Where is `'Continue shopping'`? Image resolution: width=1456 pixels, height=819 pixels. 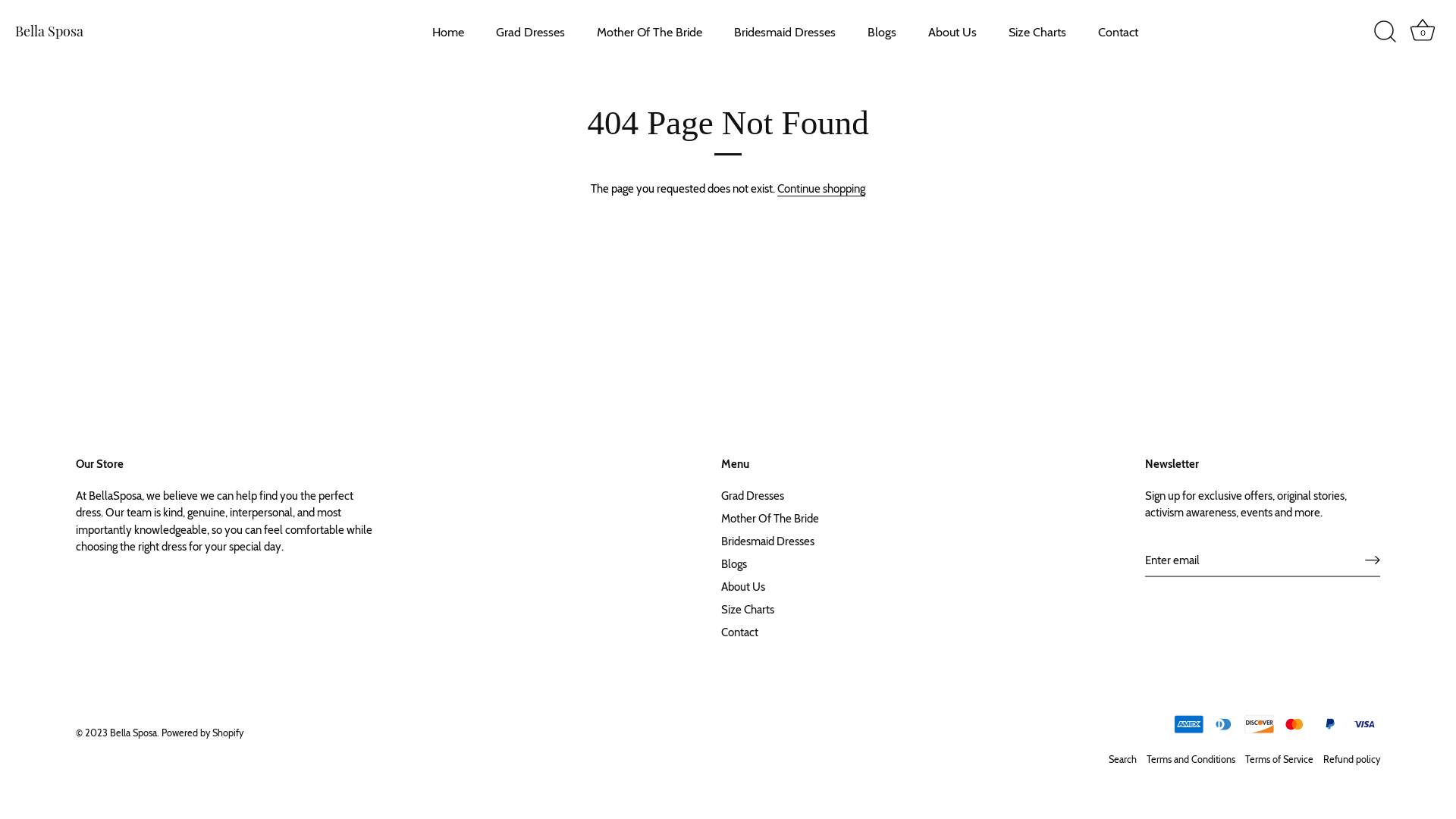 'Continue shopping' is located at coordinates (777, 188).